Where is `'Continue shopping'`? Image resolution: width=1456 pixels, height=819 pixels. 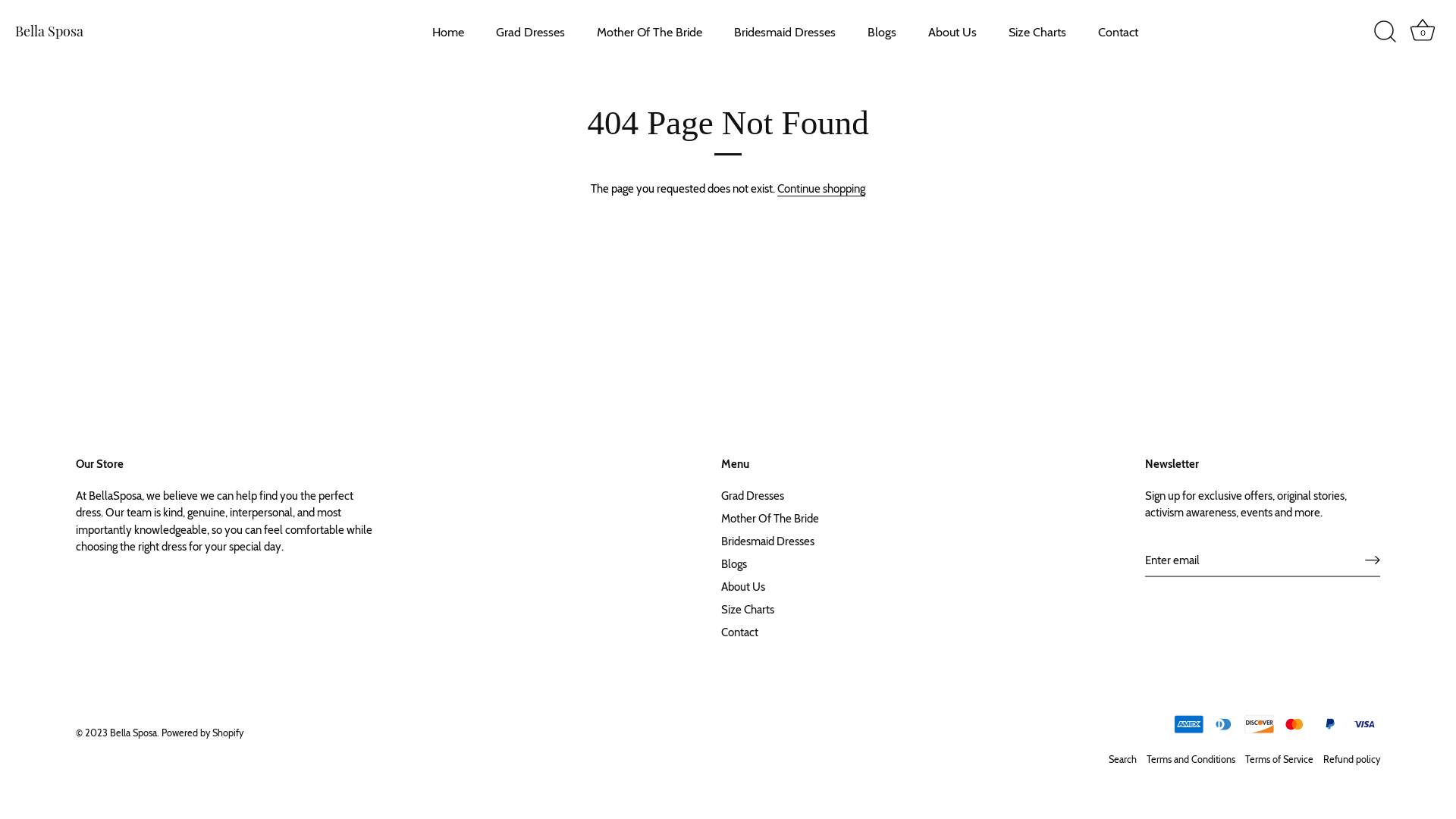 'Continue shopping' is located at coordinates (777, 188).